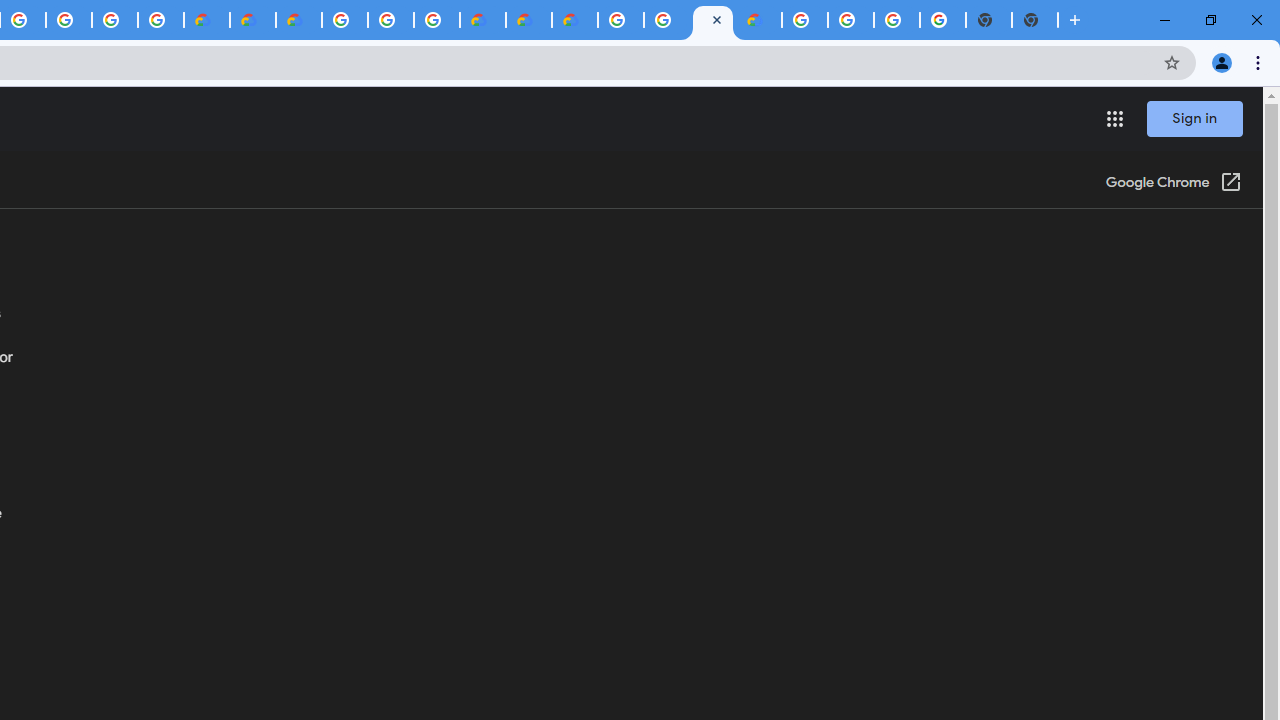 This screenshot has height=720, width=1280. Describe the element at coordinates (805, 20) in the screenshot. I see `'Google Cloud Platform'` at that location.